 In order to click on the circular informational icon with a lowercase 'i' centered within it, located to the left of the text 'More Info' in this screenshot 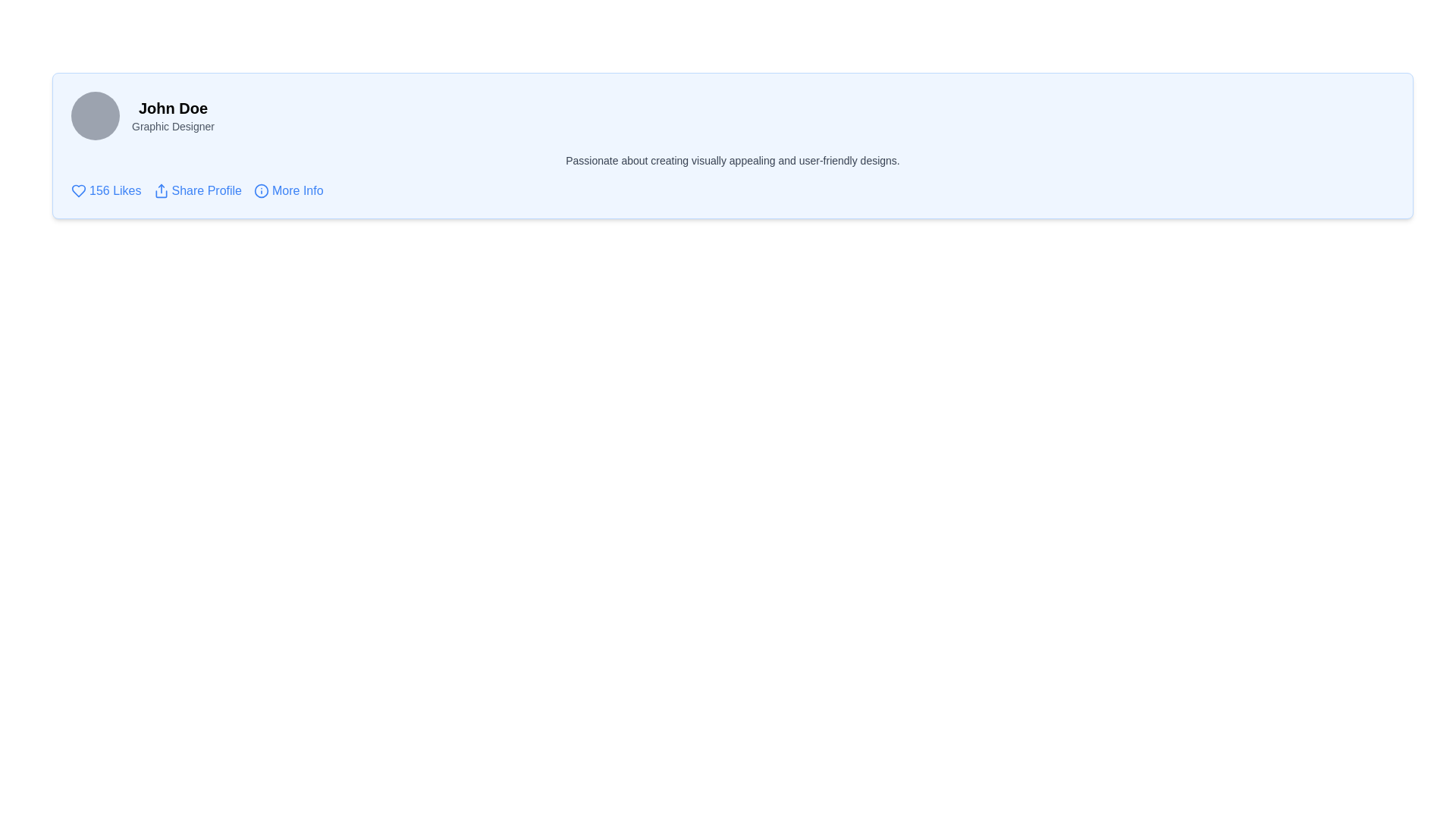, I will do `click(262, 190)`.